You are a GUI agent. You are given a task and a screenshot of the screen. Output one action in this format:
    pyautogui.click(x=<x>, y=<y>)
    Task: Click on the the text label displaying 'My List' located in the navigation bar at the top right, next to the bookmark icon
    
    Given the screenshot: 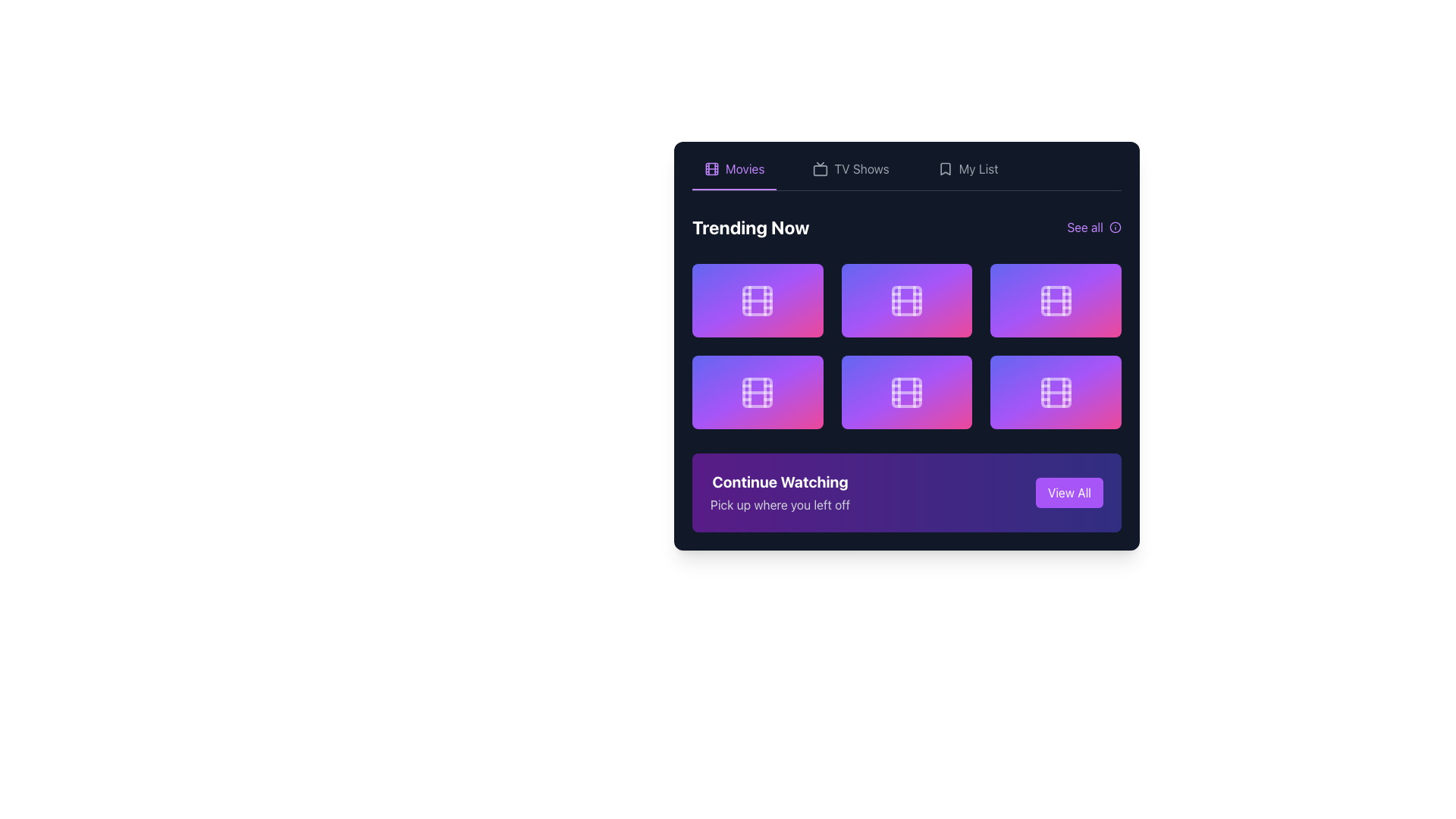 What is the action you would take?
    pyautogui.click(x=978, y=169)
    